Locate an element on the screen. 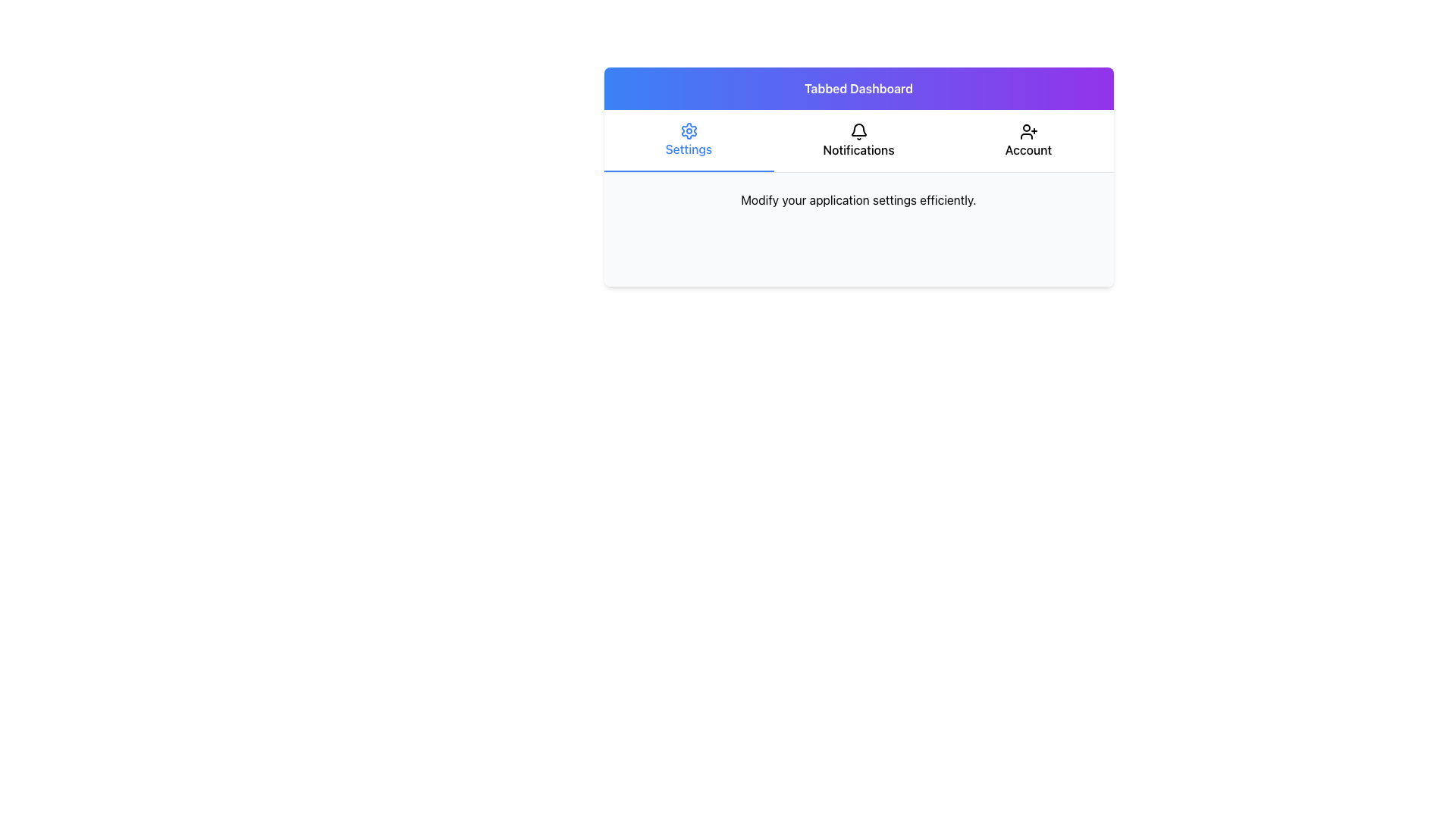  the Navigation Button located in the third section of the tabbed navigation bar, right after 'Notifications' is located at coordinates (1028, 140).